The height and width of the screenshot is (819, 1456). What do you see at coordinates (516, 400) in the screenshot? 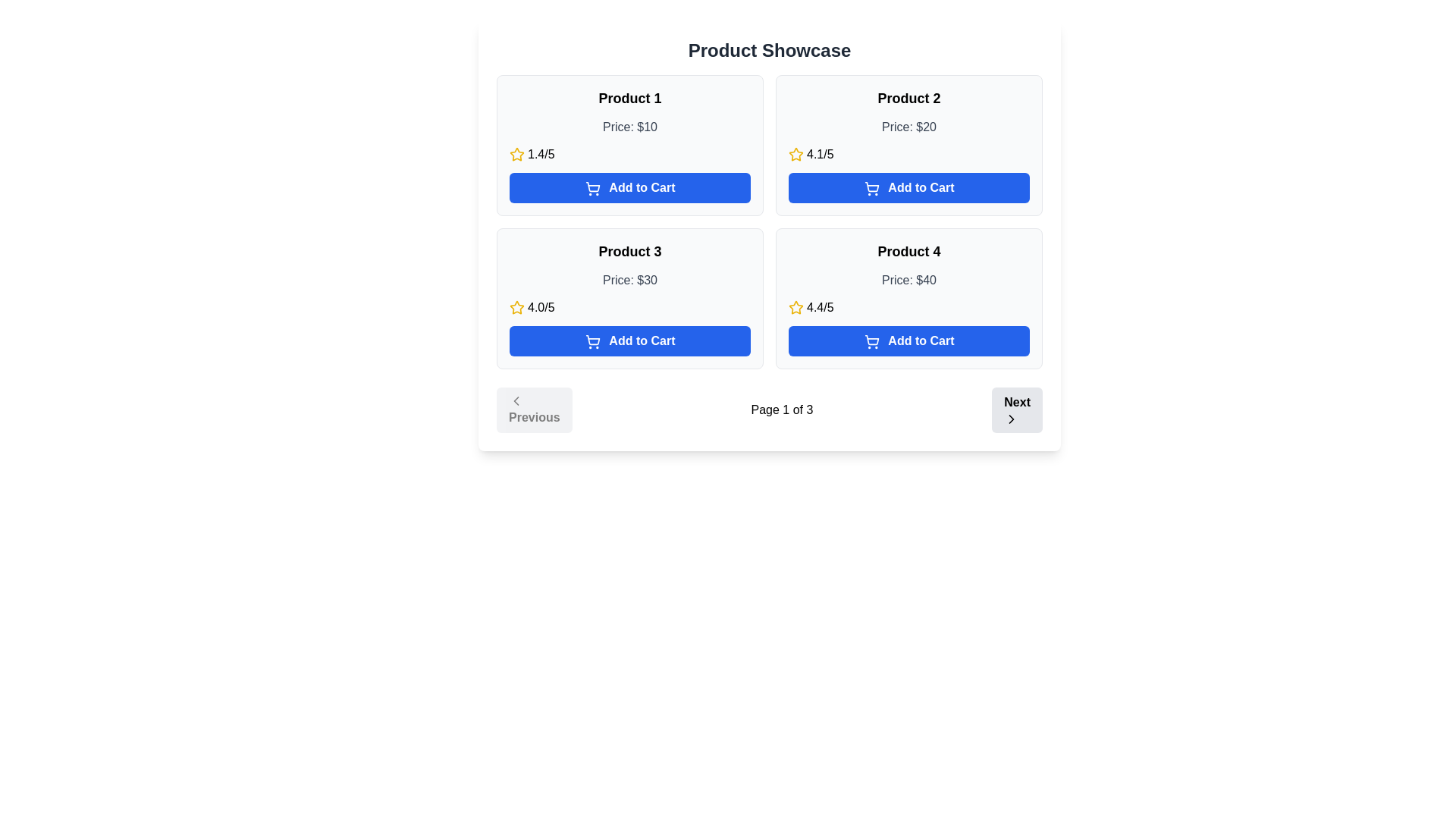
I see `the 'Previous' button icon (SVG) located at the bottom left corner of the layout` at bounding box center [516, 400].